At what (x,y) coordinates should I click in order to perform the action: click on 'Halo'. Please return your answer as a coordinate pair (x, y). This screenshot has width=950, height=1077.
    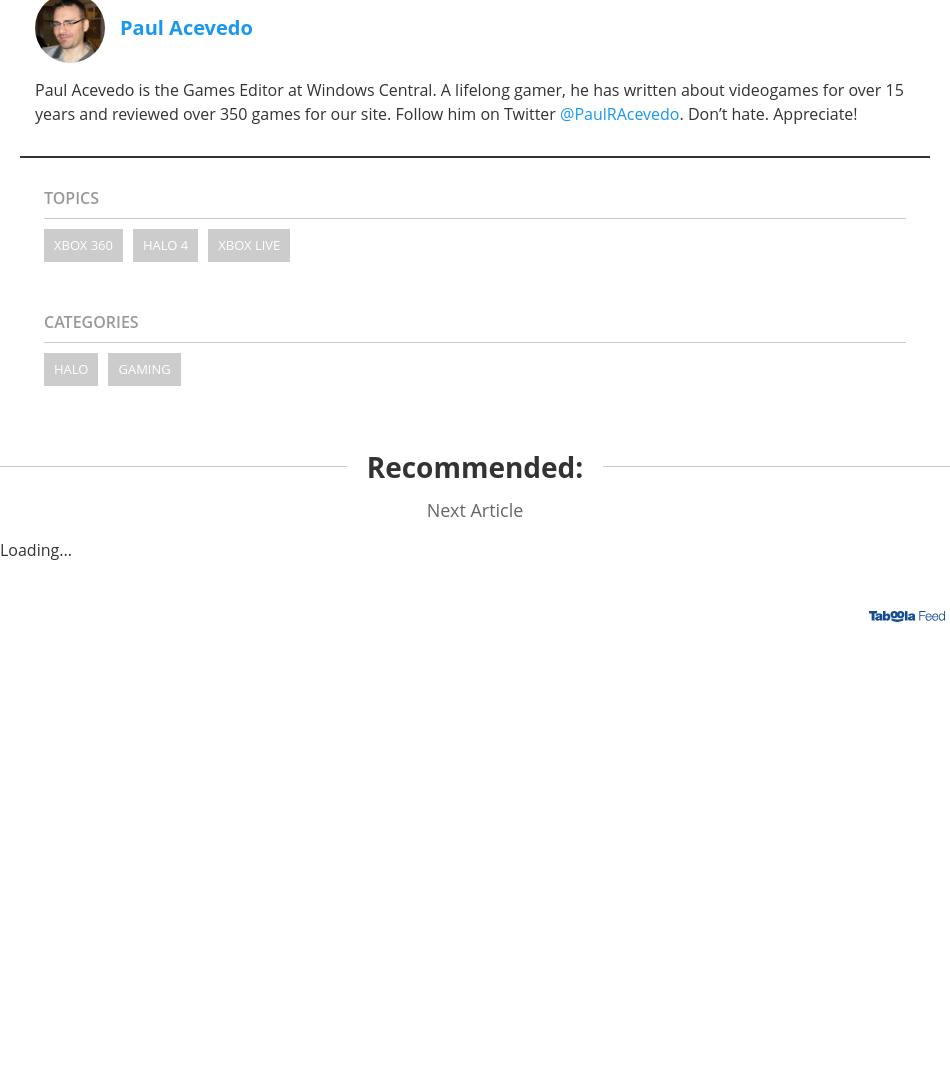
    Looking at the image, I should click on (70, 367).